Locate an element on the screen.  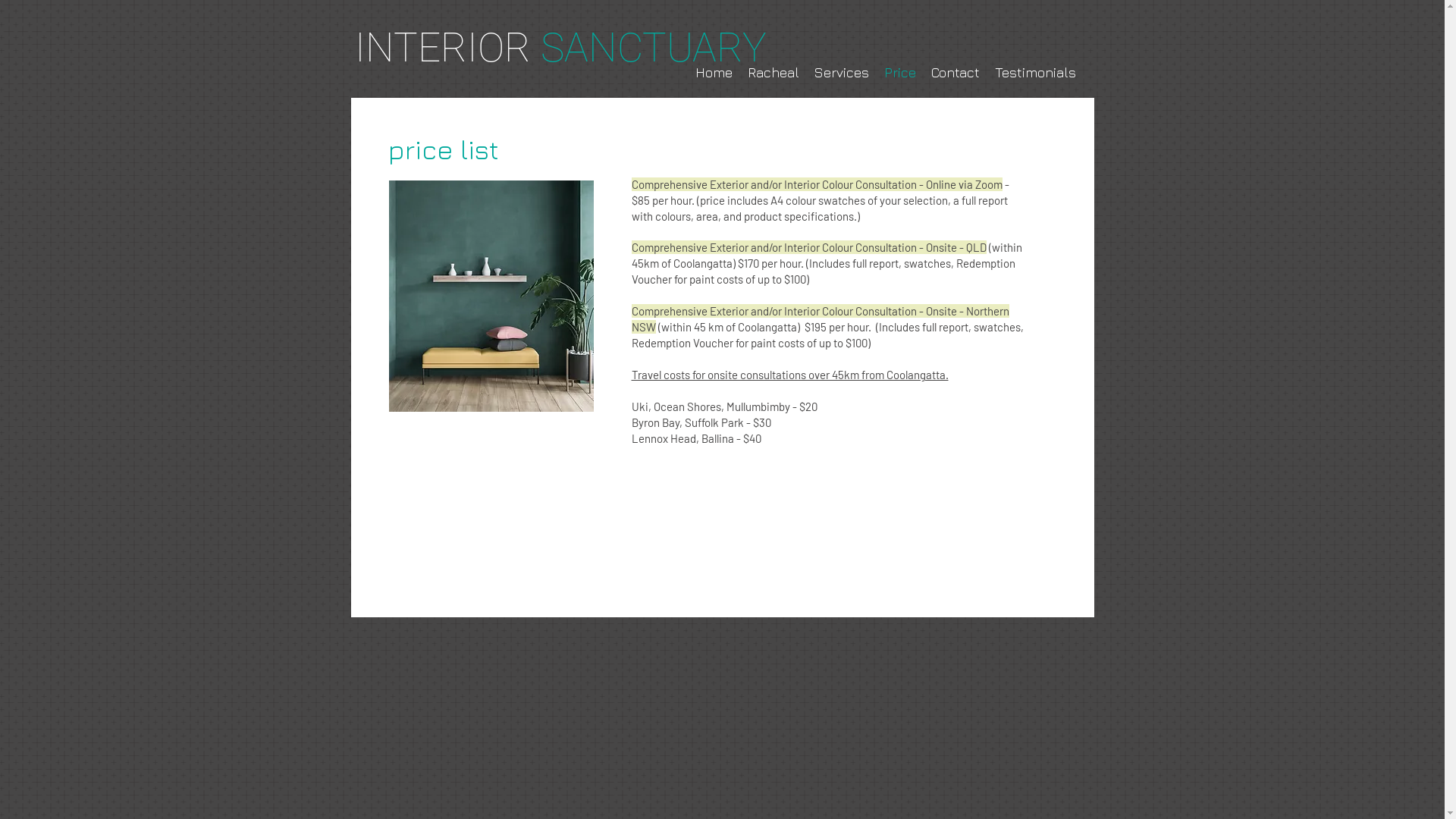
'Price' is located at coordinates (899, 73).